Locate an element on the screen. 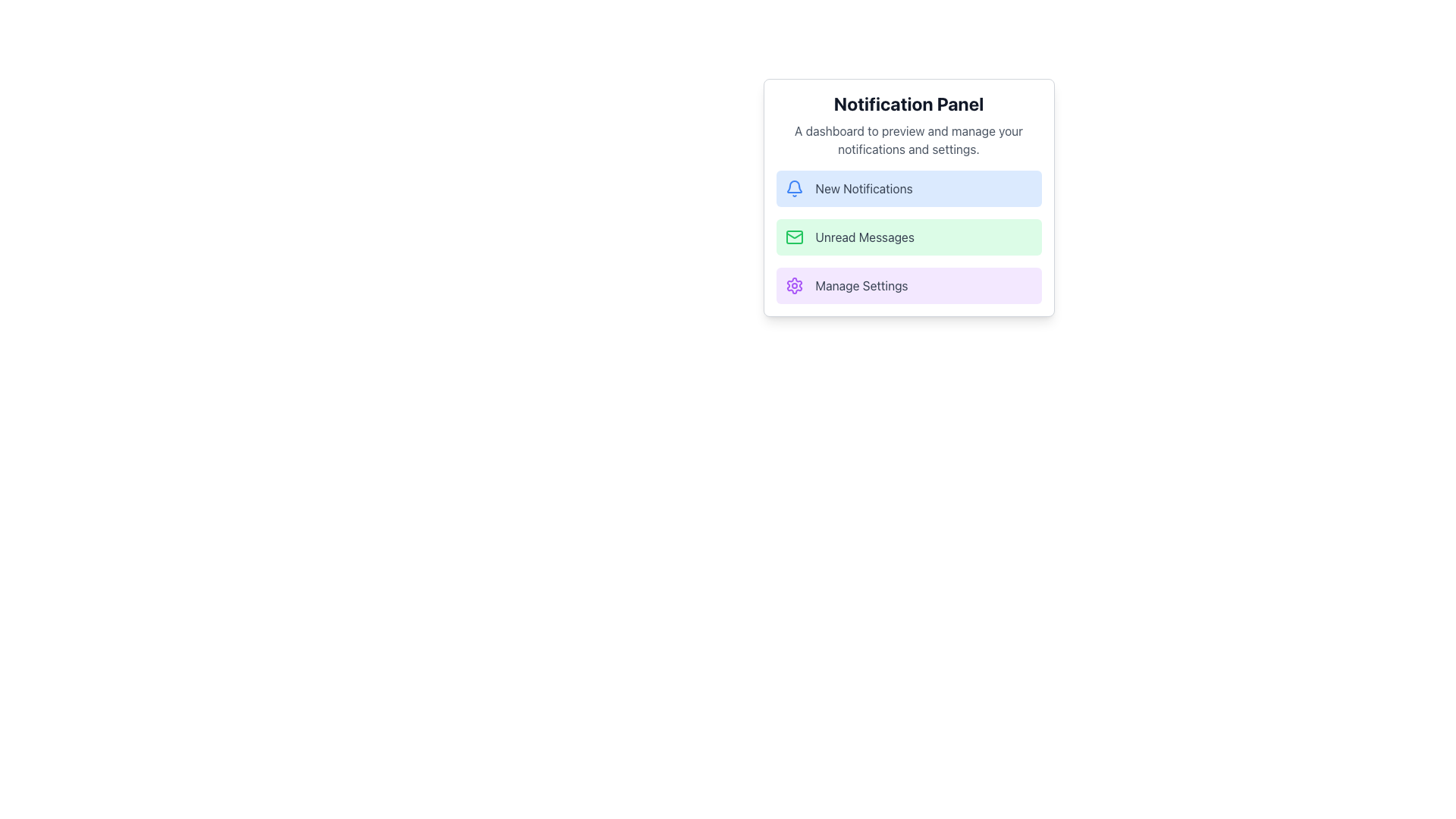 The height and width of the screenshot is (819, 1456). the notification icon located at the top left of the 'New Notifications' card to interact with it, assuming it supports interaction is located at coordinates (793, 188).